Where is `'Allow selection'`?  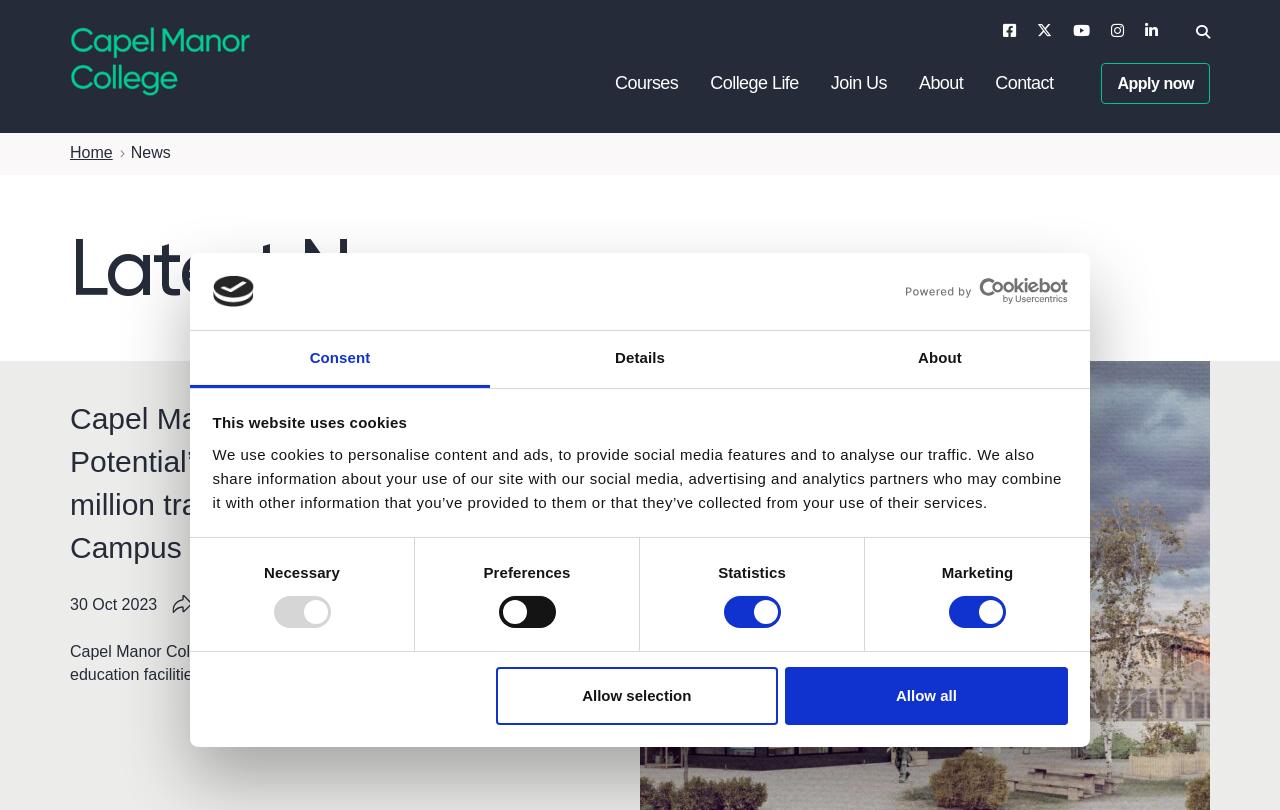
'Allow selection' is located at coordinates (635, 693).